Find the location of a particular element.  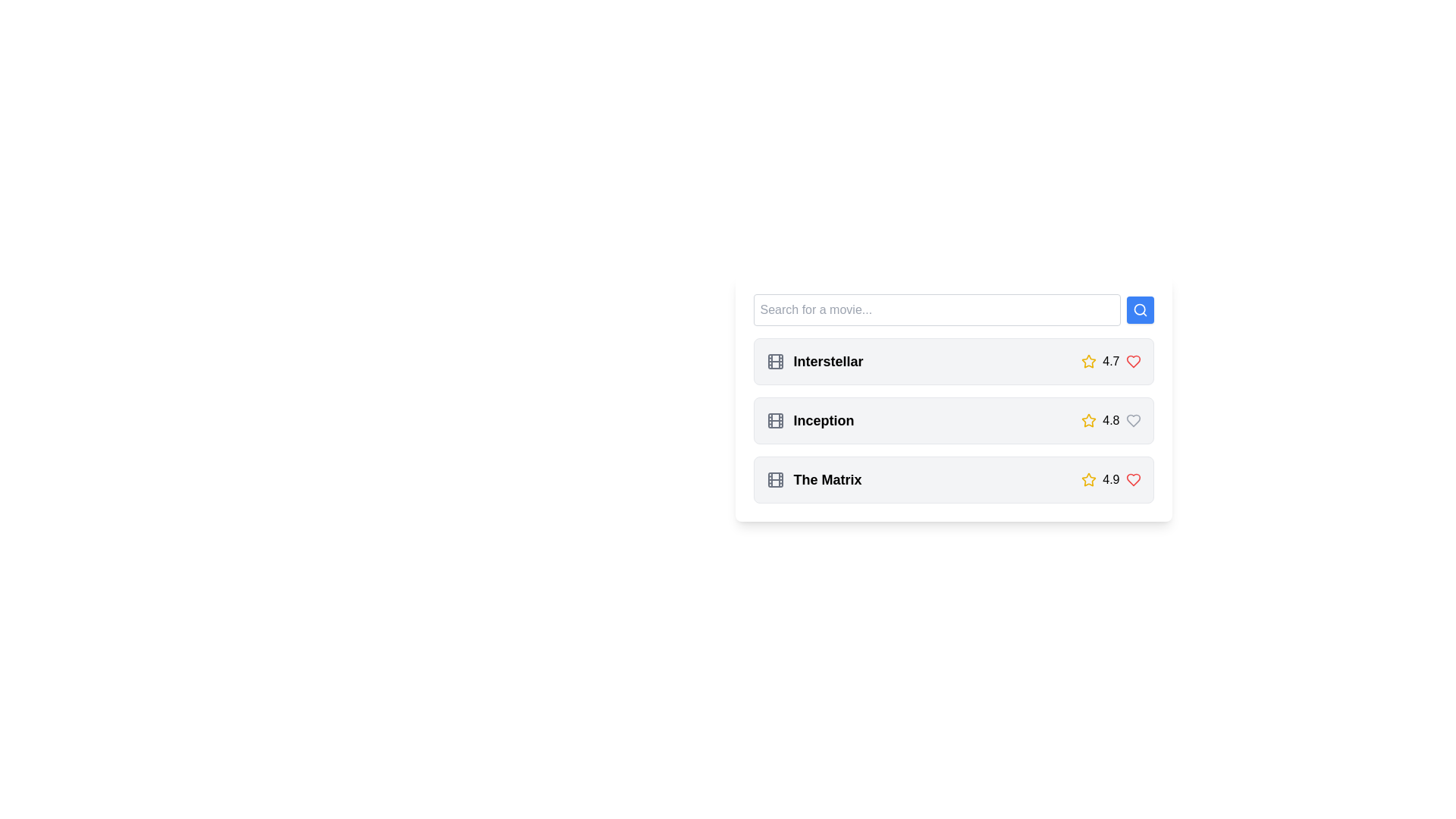

the film icon located to the left of the movie title 'The Matrix' in the list of movie options is located at coordinates (775, 479).